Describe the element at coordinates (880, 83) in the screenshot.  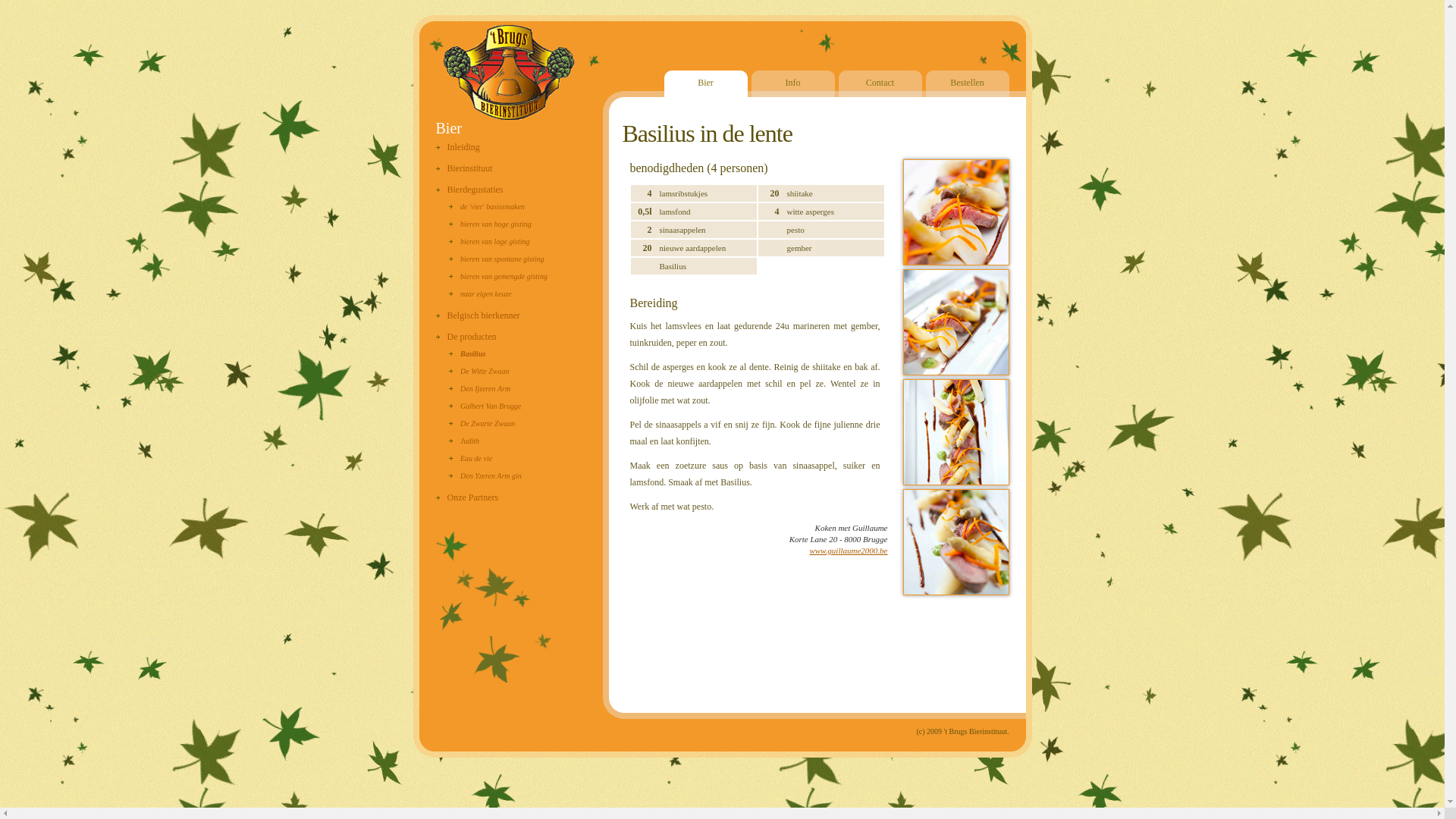
I see `'Contact'` at that location.